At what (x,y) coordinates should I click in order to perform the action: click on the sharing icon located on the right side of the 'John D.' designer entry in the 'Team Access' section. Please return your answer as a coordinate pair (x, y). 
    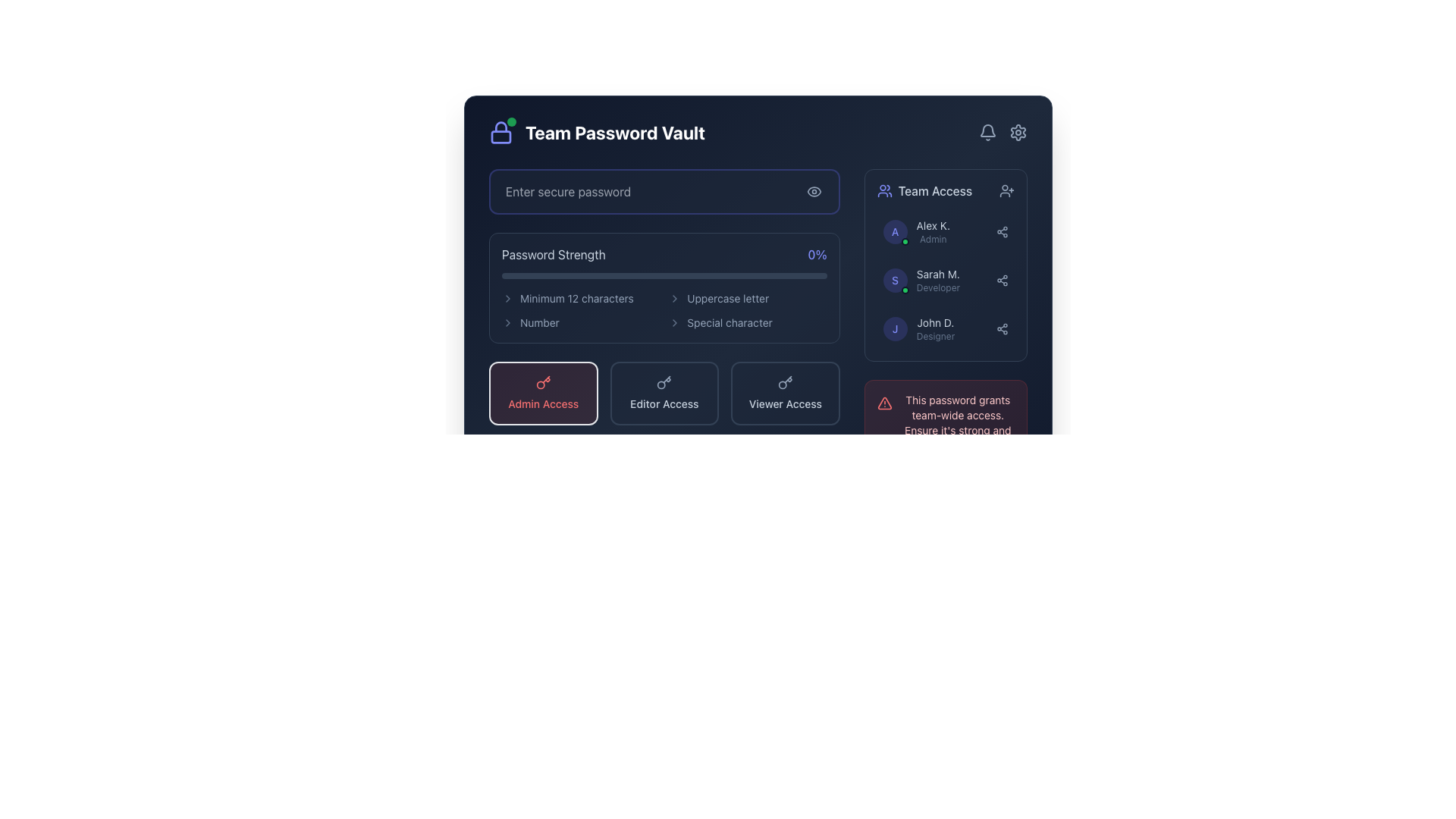
    Looking at the image, I should click on (1002, 328).